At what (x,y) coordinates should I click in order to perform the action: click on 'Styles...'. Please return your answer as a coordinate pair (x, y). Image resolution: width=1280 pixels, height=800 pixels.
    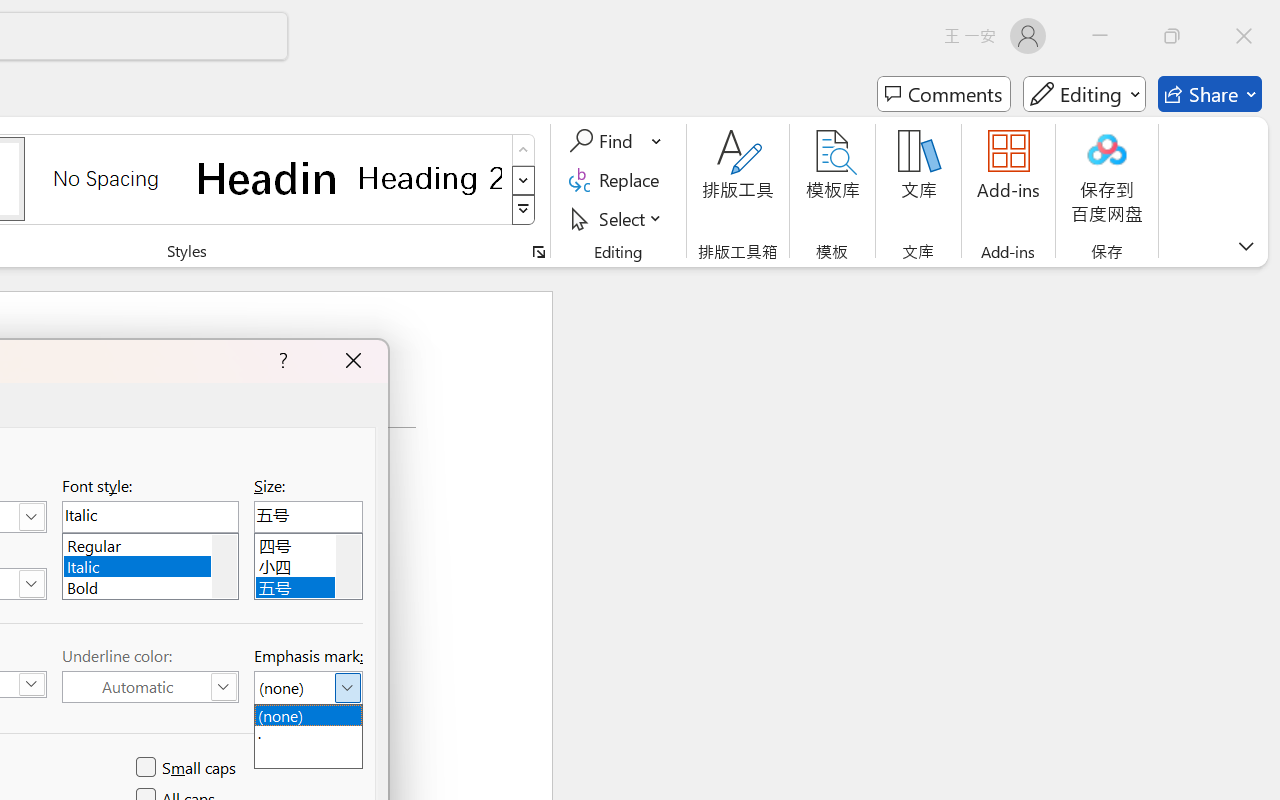
    Looking at the image, I should click on (538, 251).